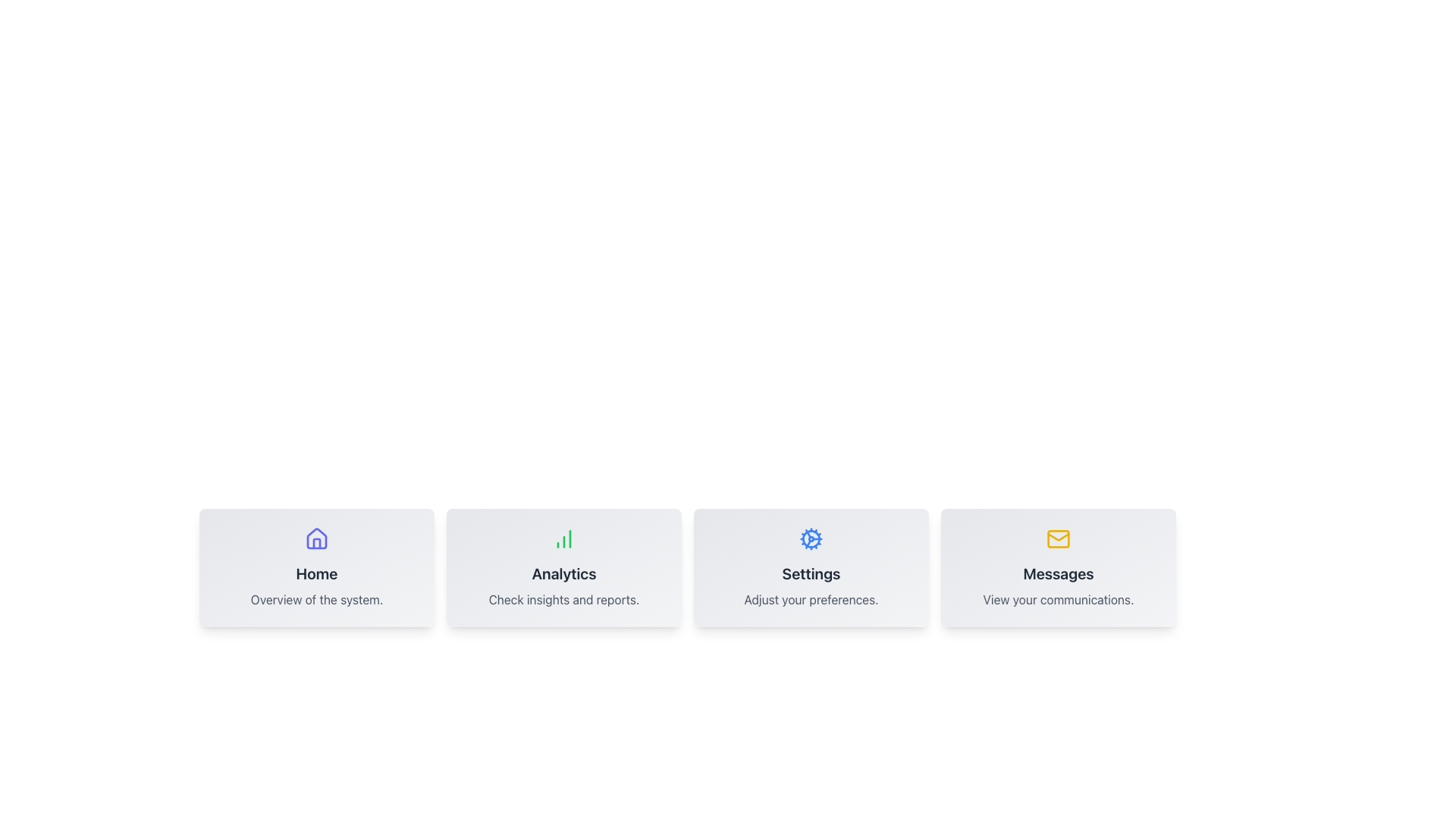  I want to click on the 'Home' SVG Icon, which is located at the top-center of the 'Home' card, positioned above the 'Home' label, so click(315, 538).